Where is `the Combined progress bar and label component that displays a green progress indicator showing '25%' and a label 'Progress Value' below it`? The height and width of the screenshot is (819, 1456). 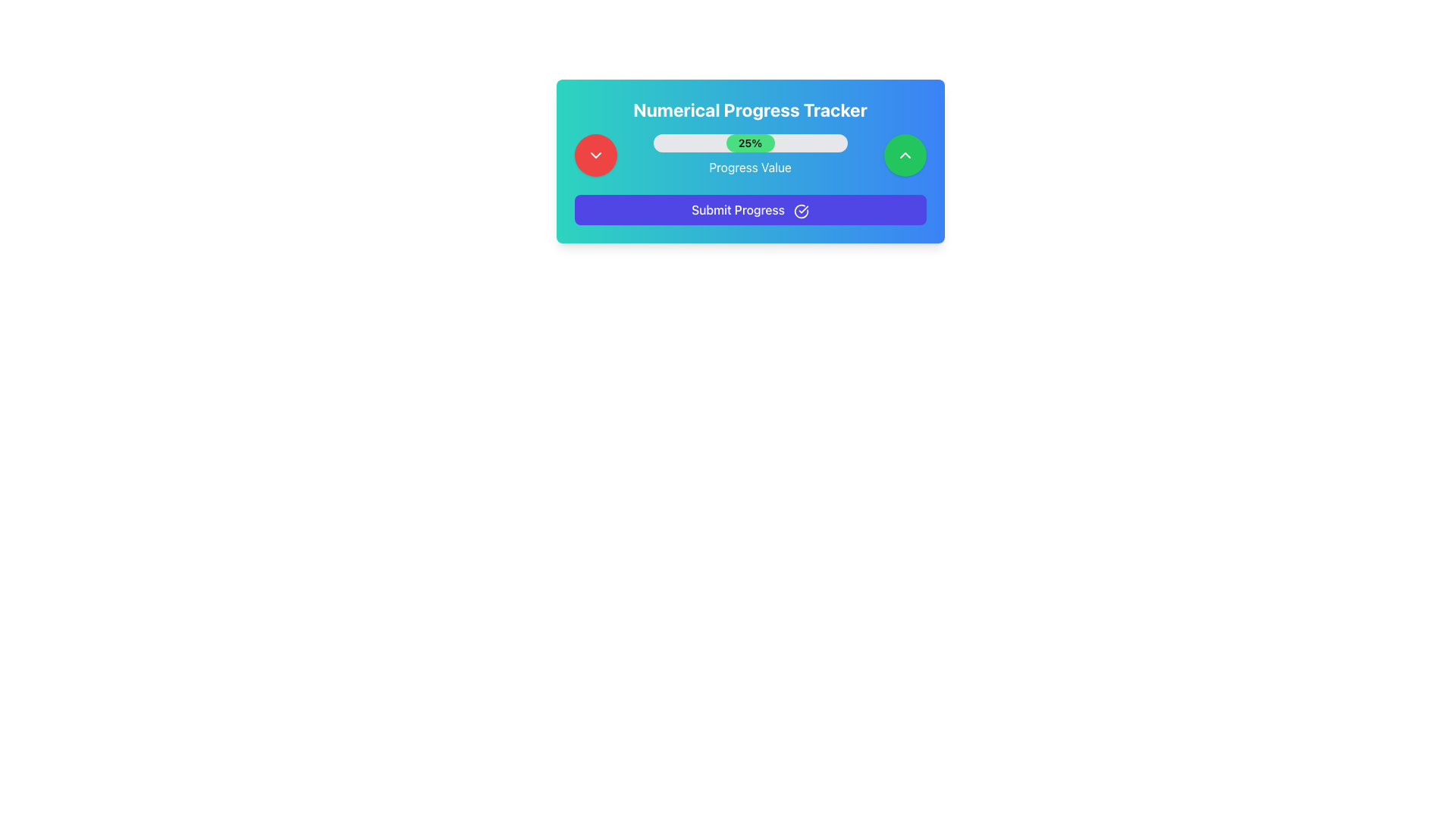
the Combined progress bar and label component that displays a green progress indicator showing '25%' and a label 'Progress Value' below it is located at coordinates (750, 155).